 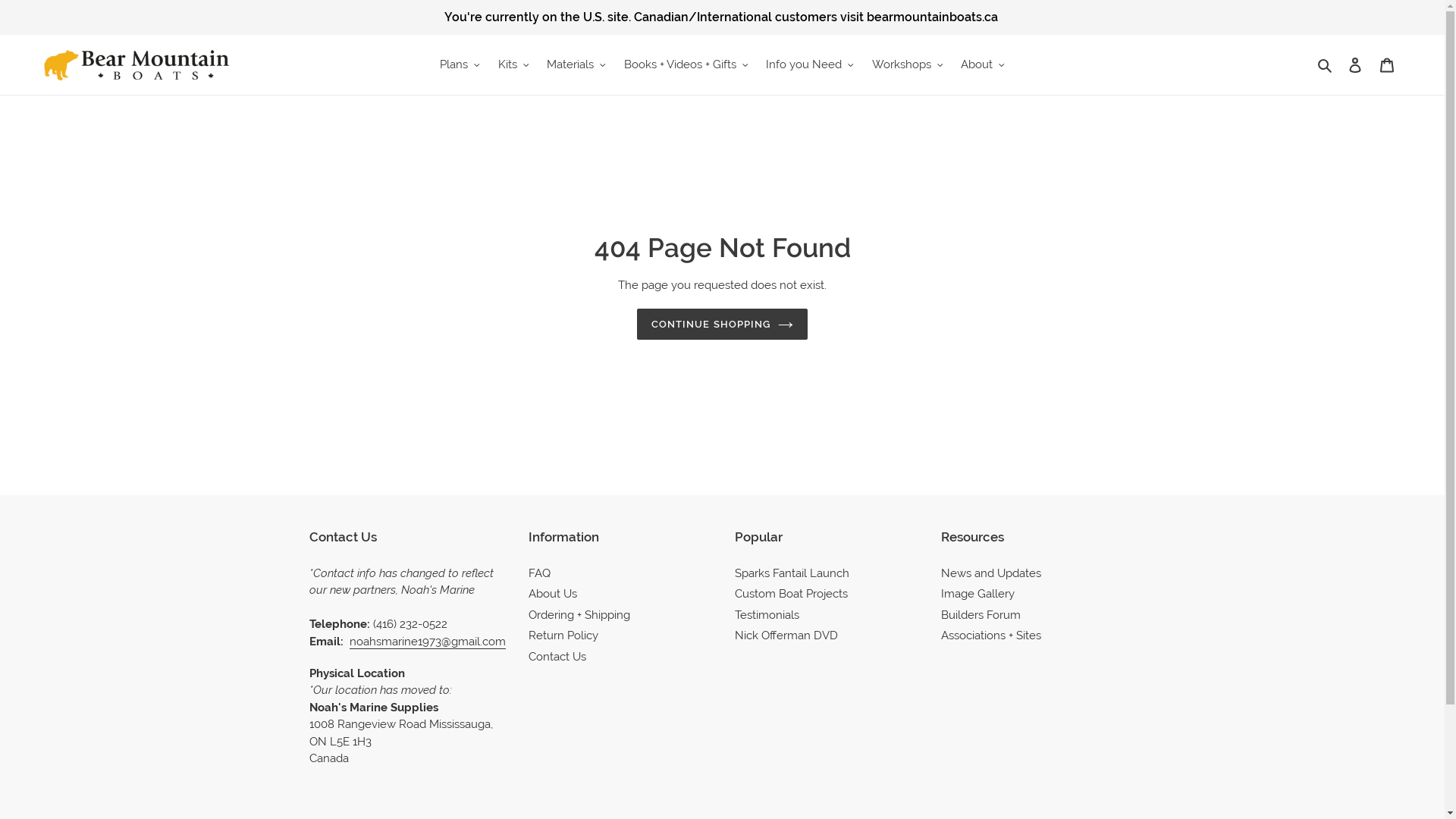 I want to click on 'noahsmarine1973@gmail.com', so click(x=348, y=642).